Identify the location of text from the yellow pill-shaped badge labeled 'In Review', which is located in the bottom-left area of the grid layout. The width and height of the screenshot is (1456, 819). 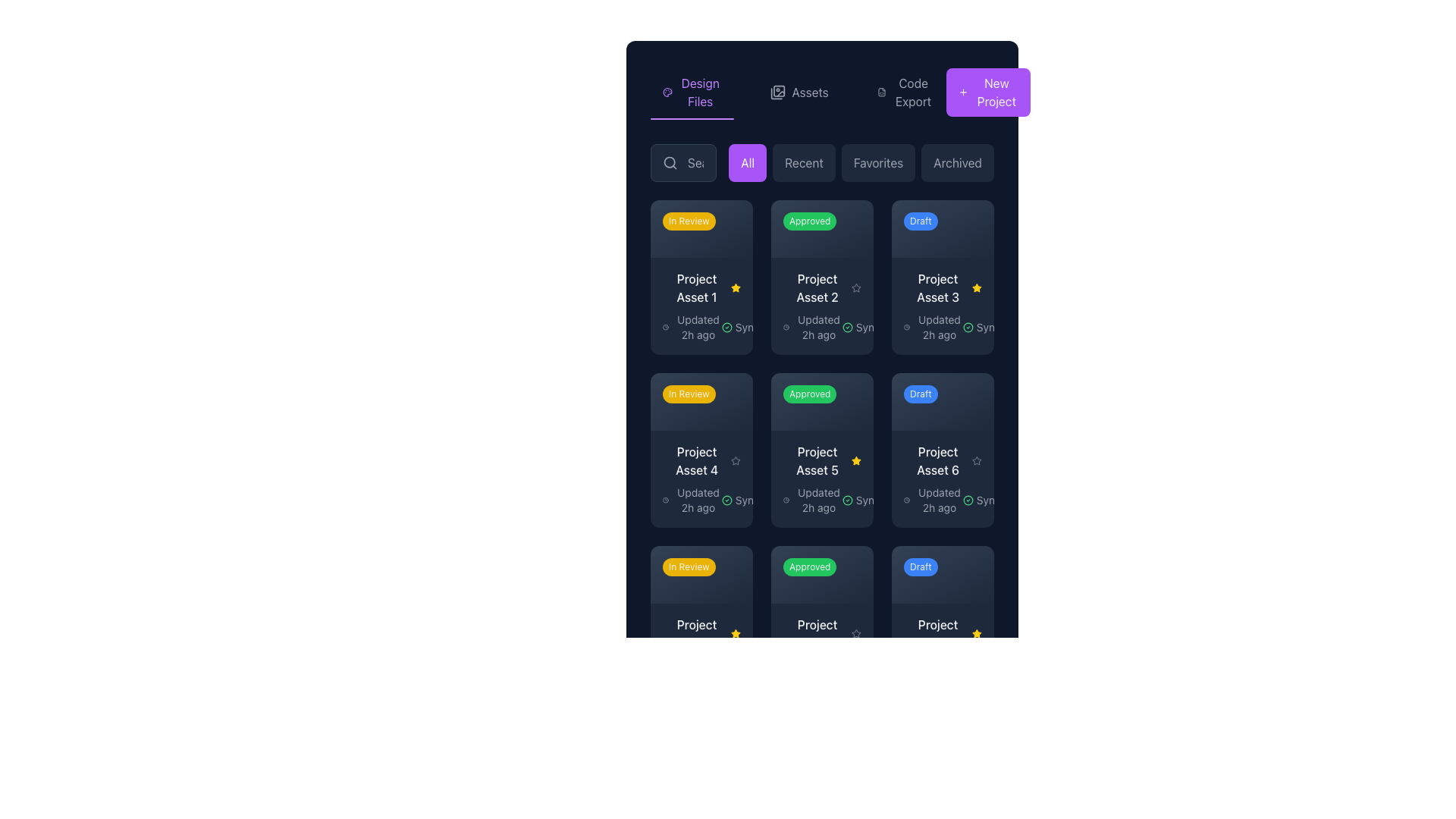
(688, 566).